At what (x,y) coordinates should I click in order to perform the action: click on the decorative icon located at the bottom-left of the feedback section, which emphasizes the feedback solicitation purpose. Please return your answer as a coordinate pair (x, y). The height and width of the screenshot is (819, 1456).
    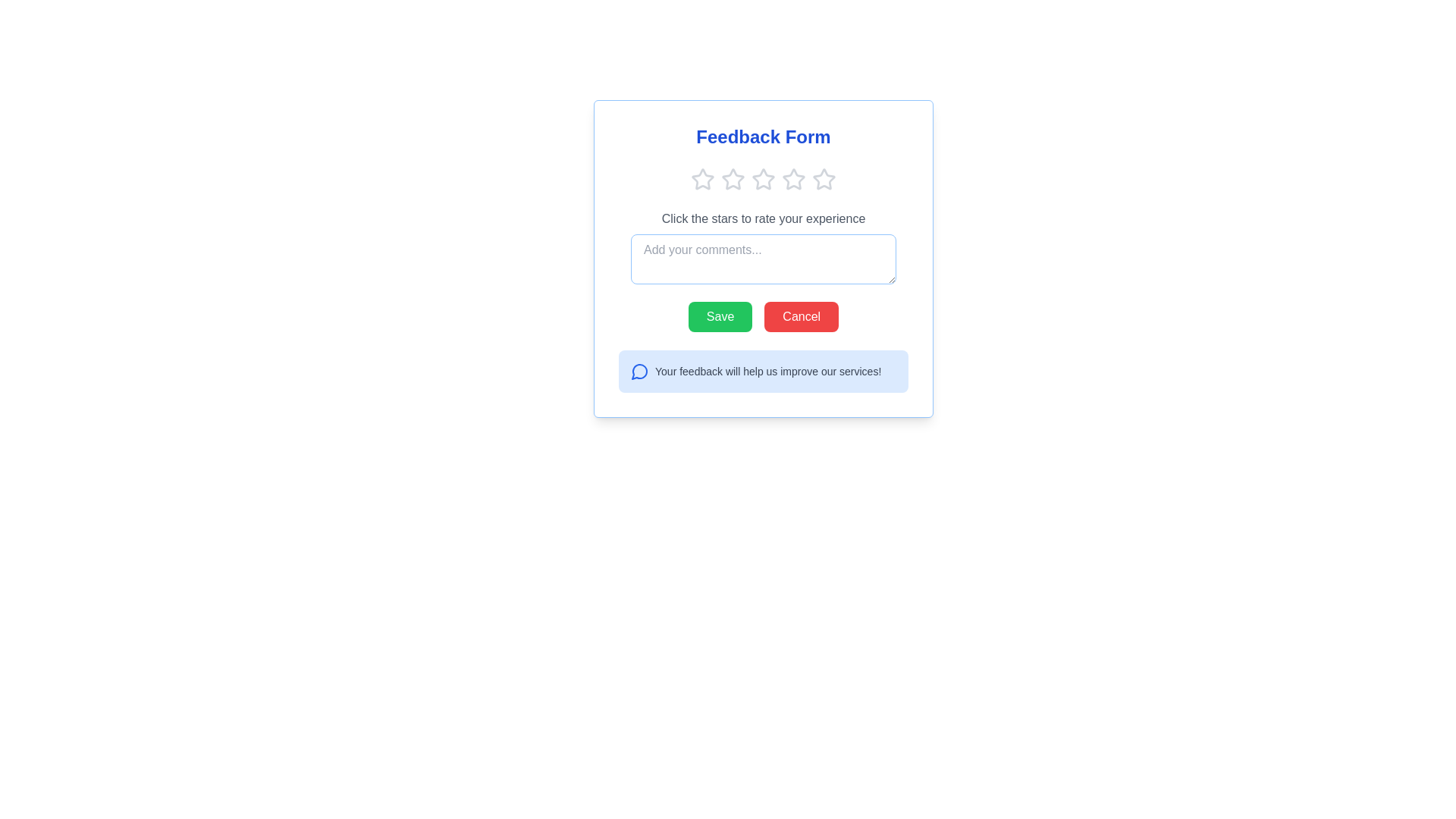
    Looking at the image, I should click on (639, 372).